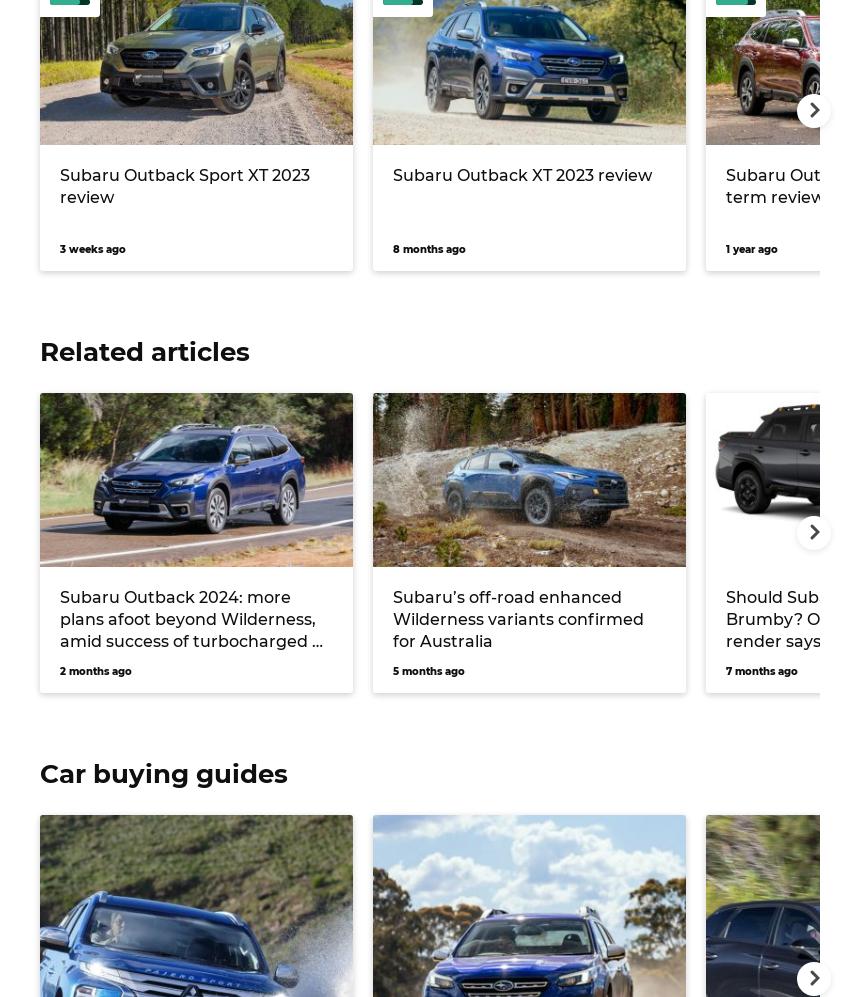  Describe the element at coordinates (183, 185) in the screenshot. I see `'Subaru Outback Sport XT 2023 review'` at that location.